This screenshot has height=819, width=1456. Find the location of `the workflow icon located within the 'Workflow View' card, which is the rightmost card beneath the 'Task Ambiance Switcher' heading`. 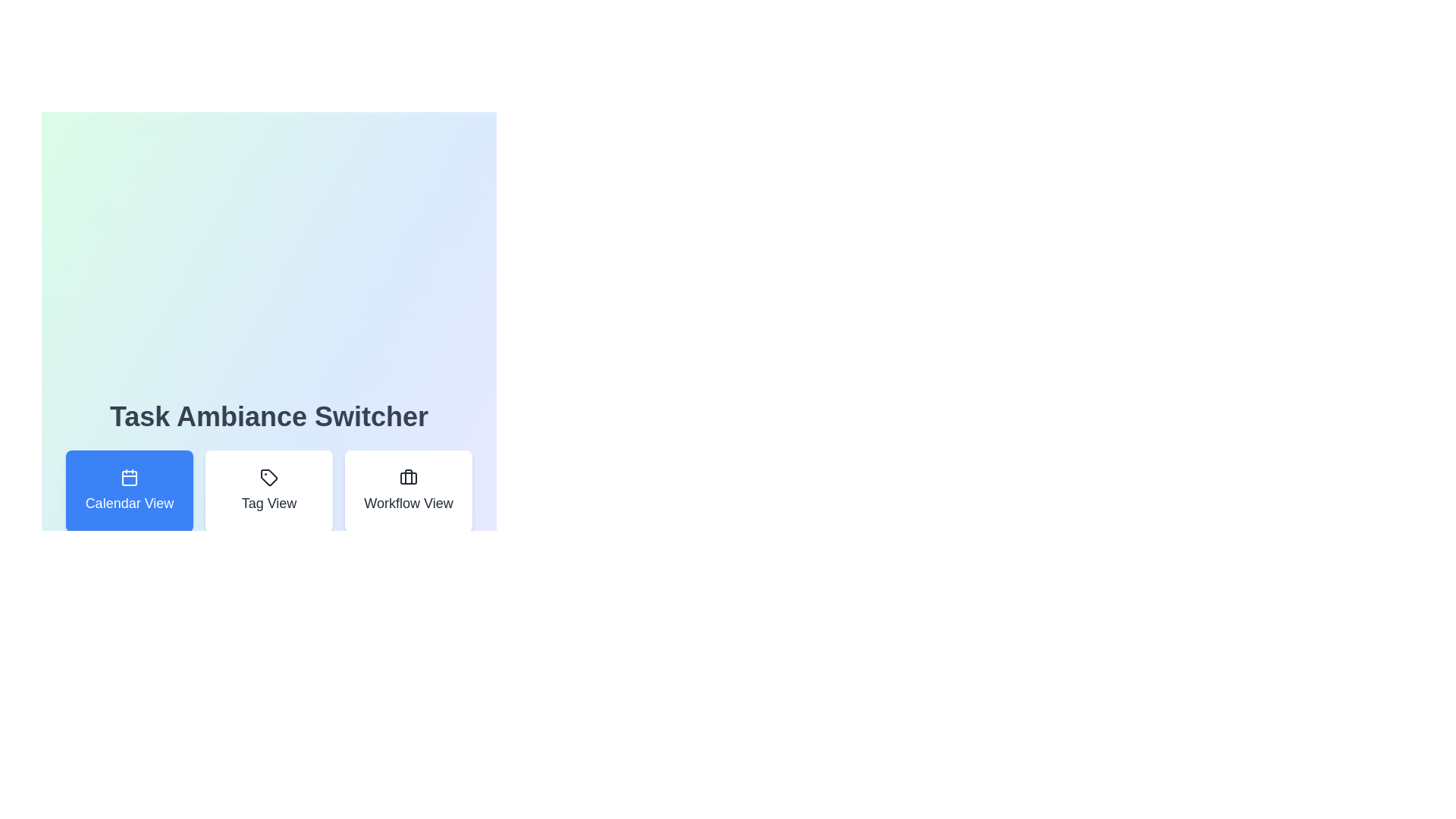

the workflow icon located within the 'Workflow View' card, which is the rightmost card beneath the 'Task Ambiance Switcher' heading is located at coordinates (408, 476).